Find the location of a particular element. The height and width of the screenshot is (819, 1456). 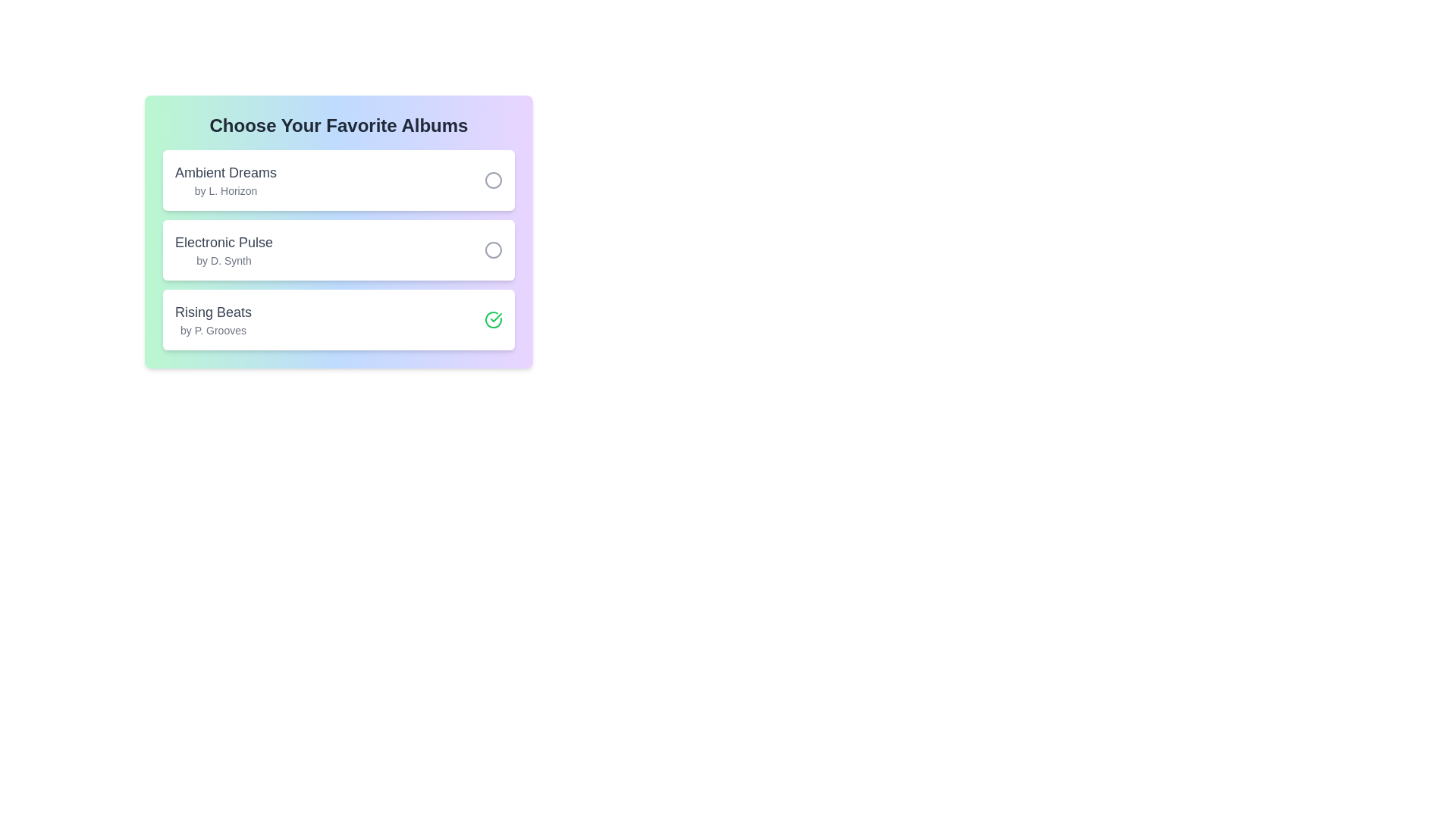

the album Electronic Pulse is located at coordinates (494, 249).